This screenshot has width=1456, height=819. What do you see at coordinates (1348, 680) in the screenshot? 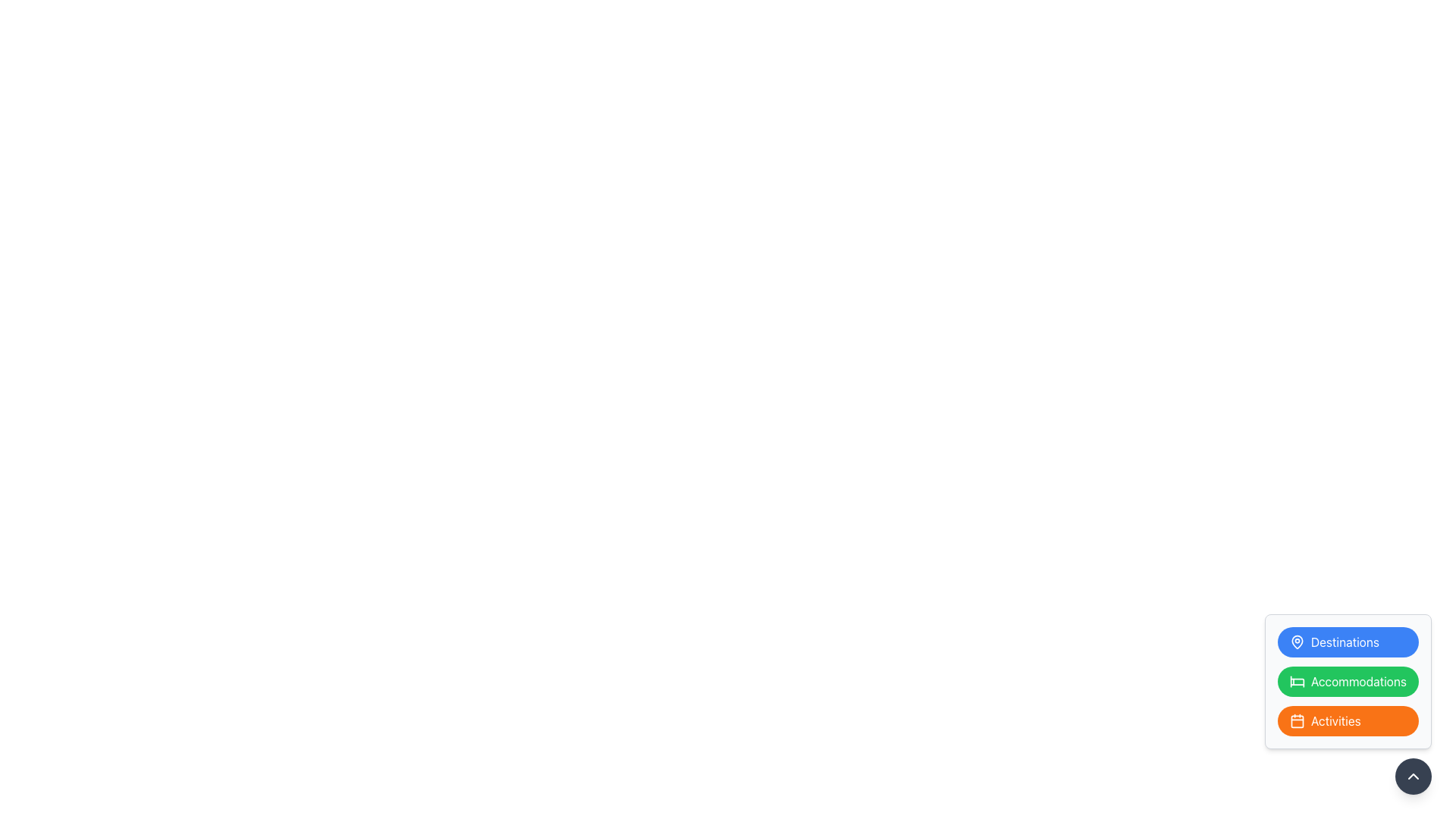
I see `the accommodations button, which is the second button in a vertical list of three buttons` at bounding box center [1348, 680].